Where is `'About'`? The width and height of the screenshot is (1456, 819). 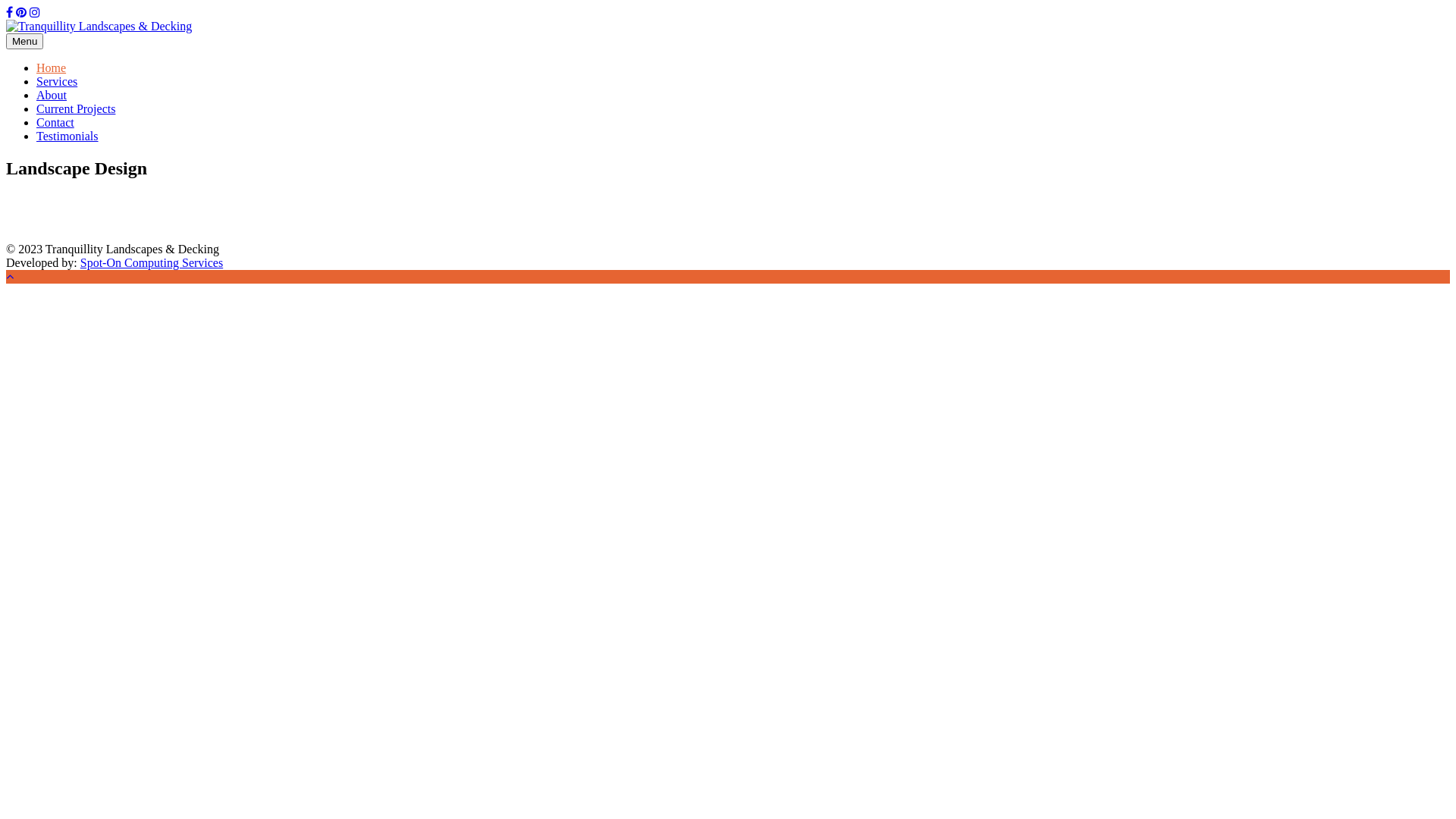 'About' is located at coordinates (51, 95).